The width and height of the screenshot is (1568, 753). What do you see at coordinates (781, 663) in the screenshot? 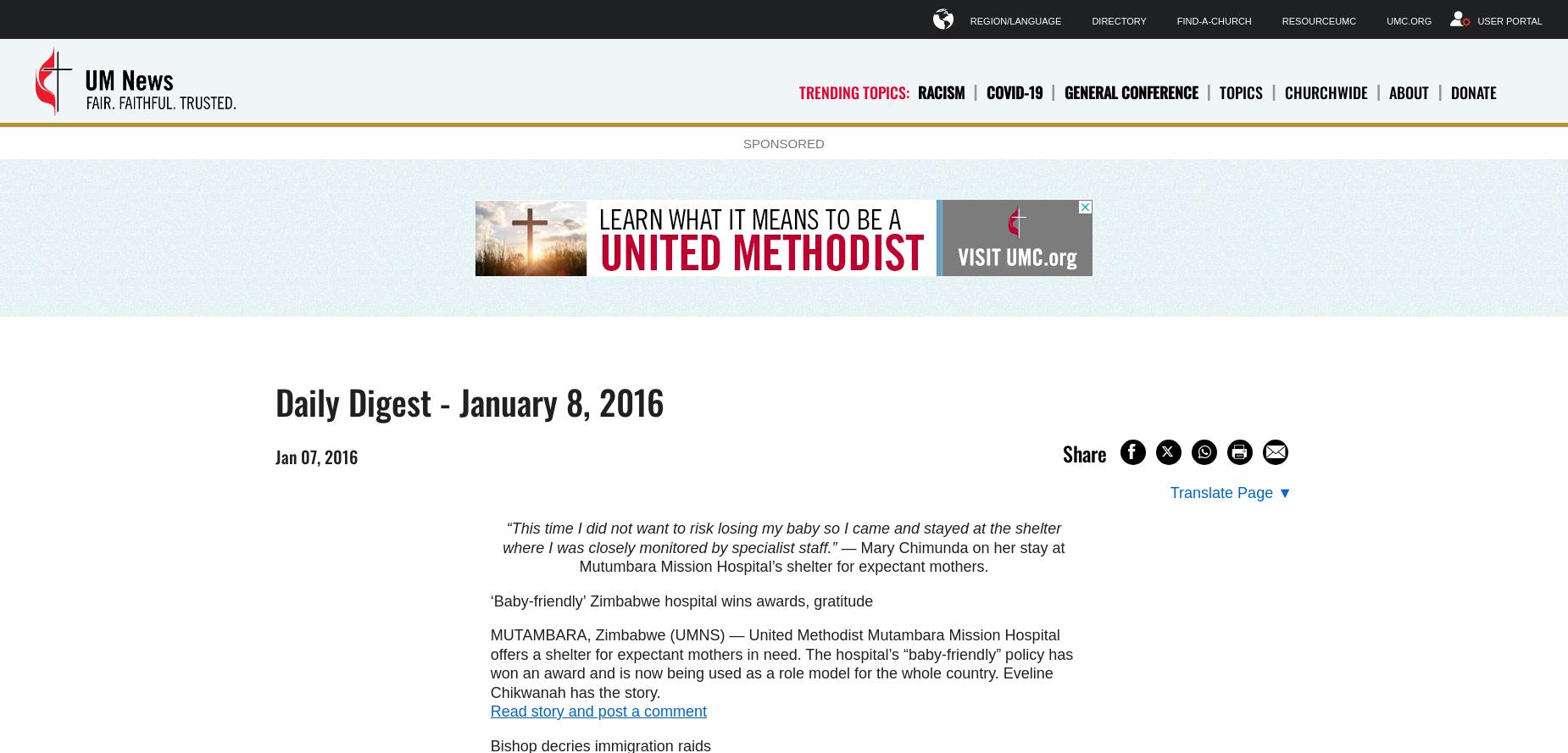
I see `'MUTAMBARA, Zimbabwe (UMNS) — United Methodist Mutambara Mission Hospital offers a shelter for expectant mothers in need. The hospital’s “baby-friendly” policy has won an award and is now being used as a role model for the whole country. Eveline Chikwanah has the story.'` at bounding box center [781, 663].